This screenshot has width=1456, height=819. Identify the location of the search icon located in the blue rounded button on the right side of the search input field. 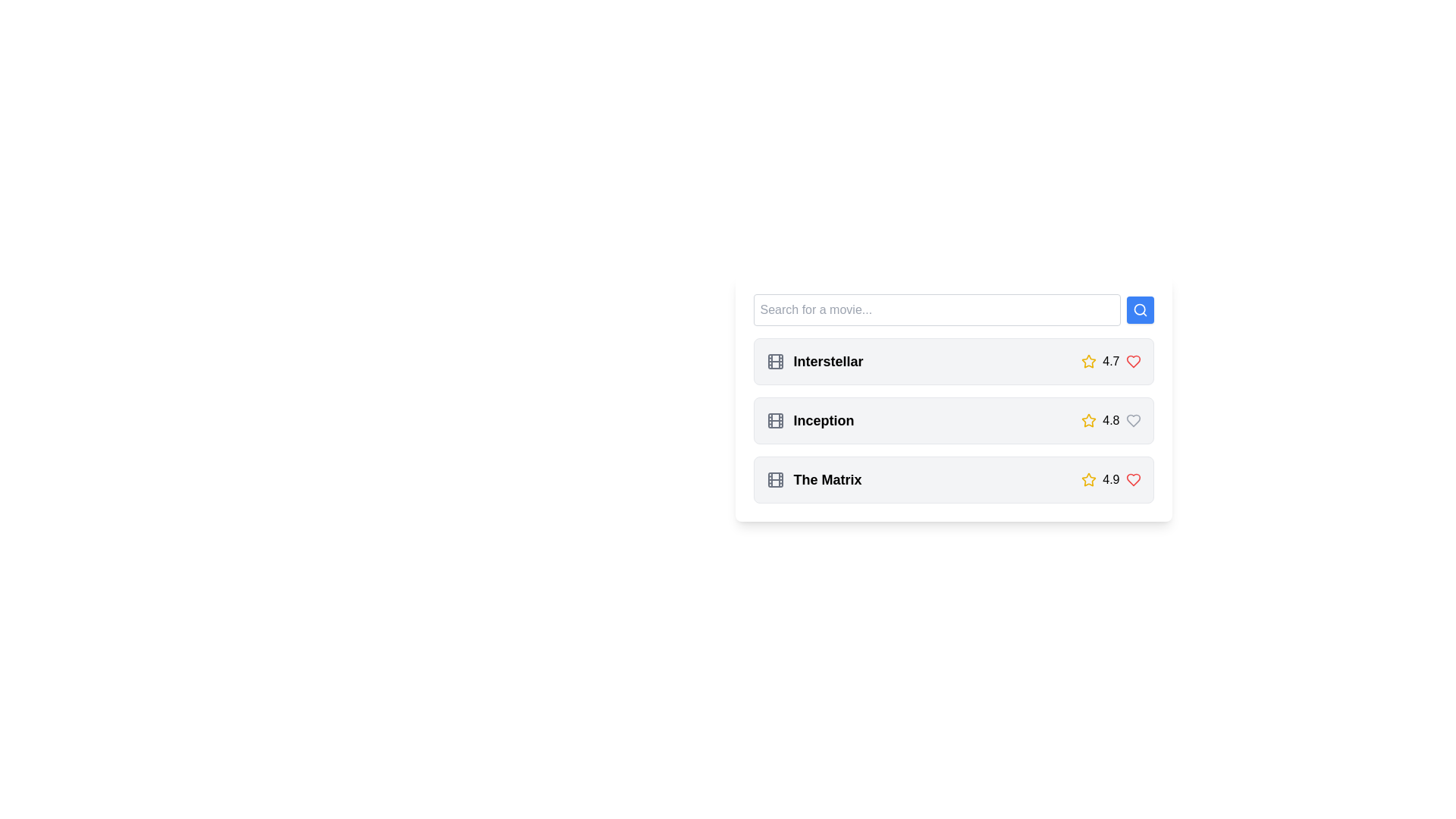
(1140, 309).